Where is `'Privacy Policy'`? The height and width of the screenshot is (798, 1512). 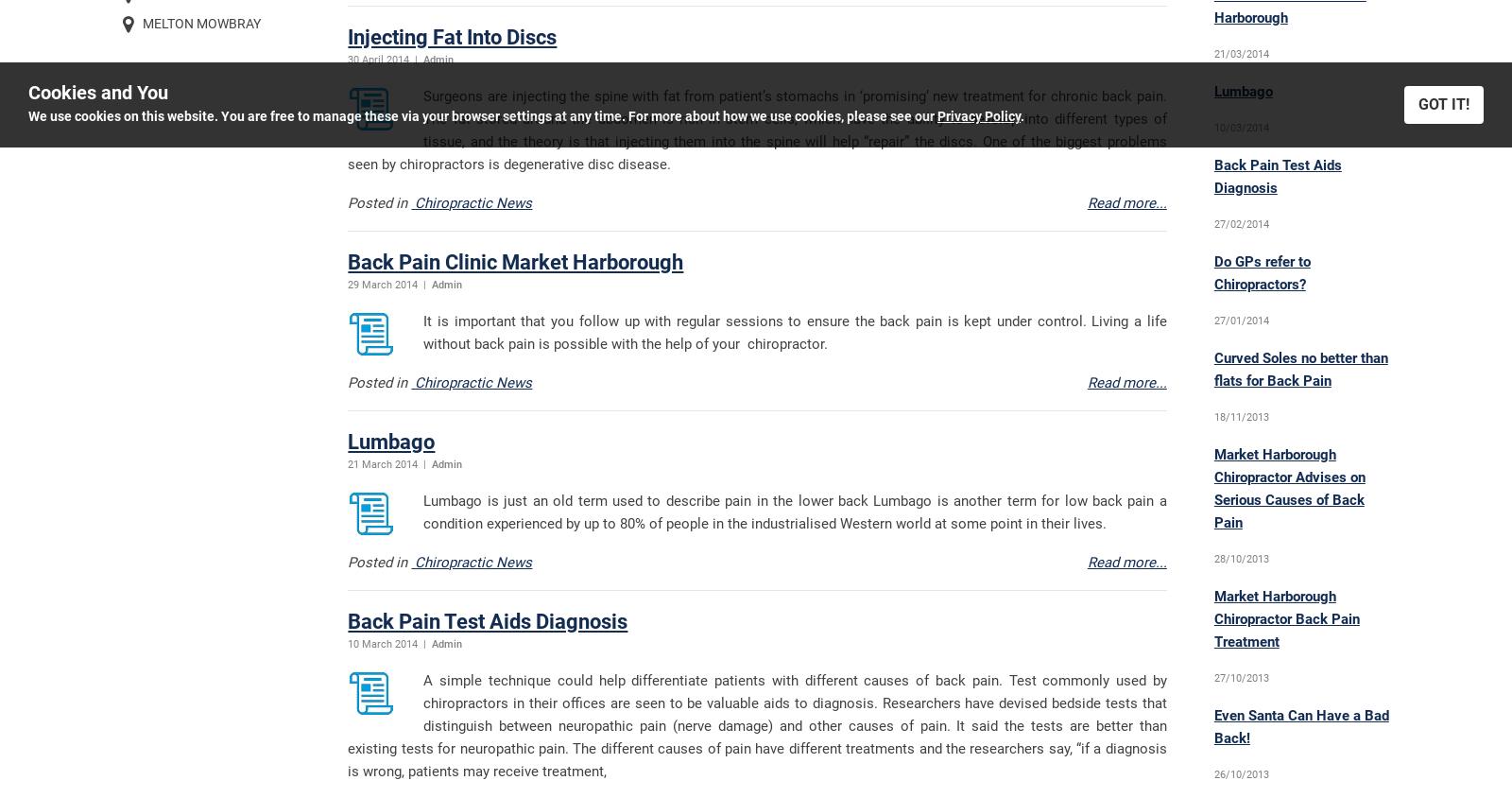 'Privacy Policy' is located at coordinates (936, 115).